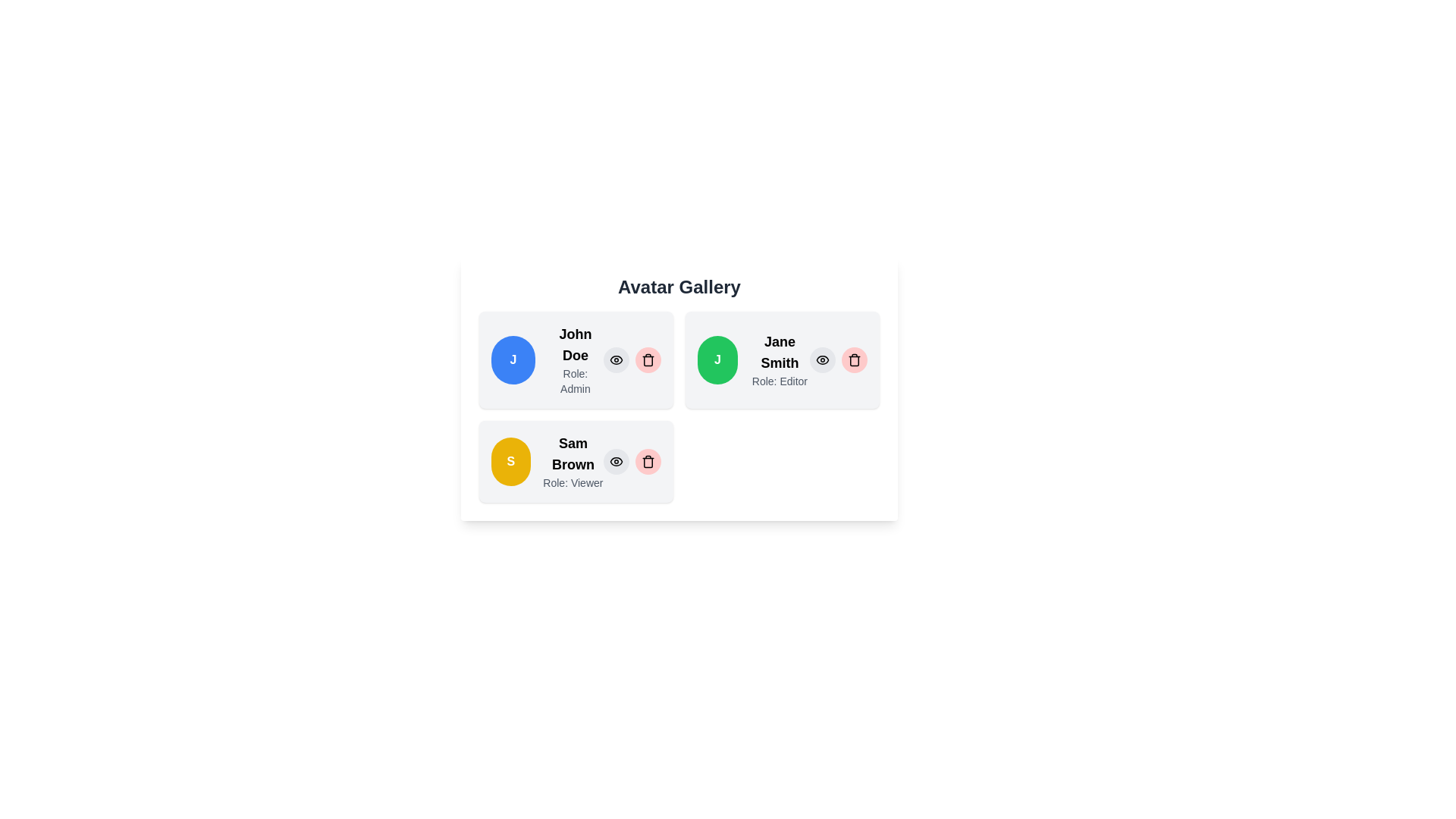 Image resolution: width=1456 pixels, height=819 pixels. What do you see at coordinates (648, 359) in the screenshot?
I see `the circular pink button with a trash can icon in 'John Doe's card, which is the second button in the right-aligned button group` at bounding box center [648, 359].